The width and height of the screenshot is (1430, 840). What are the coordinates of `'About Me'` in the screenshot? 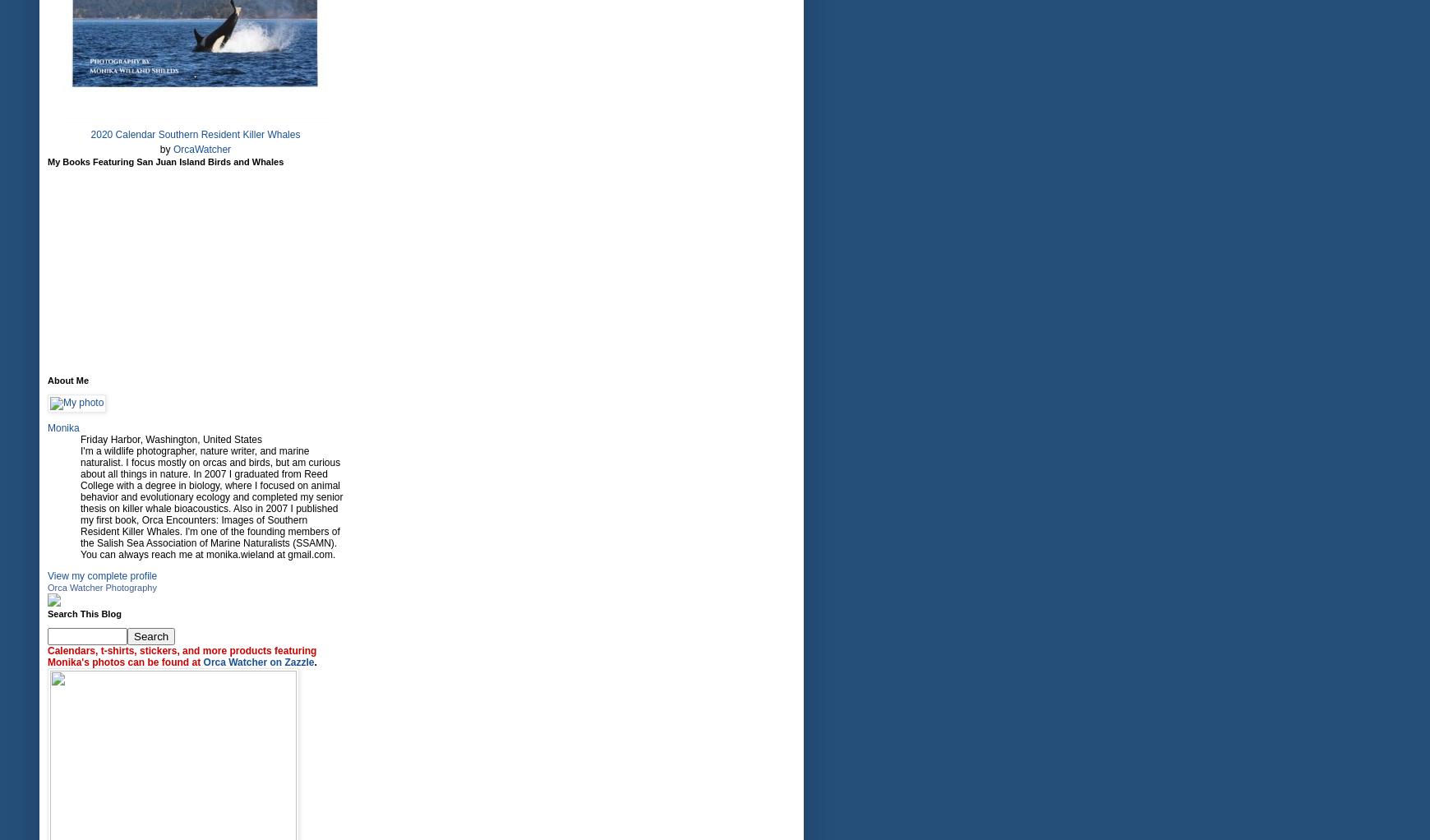 It's located at (67, 379).